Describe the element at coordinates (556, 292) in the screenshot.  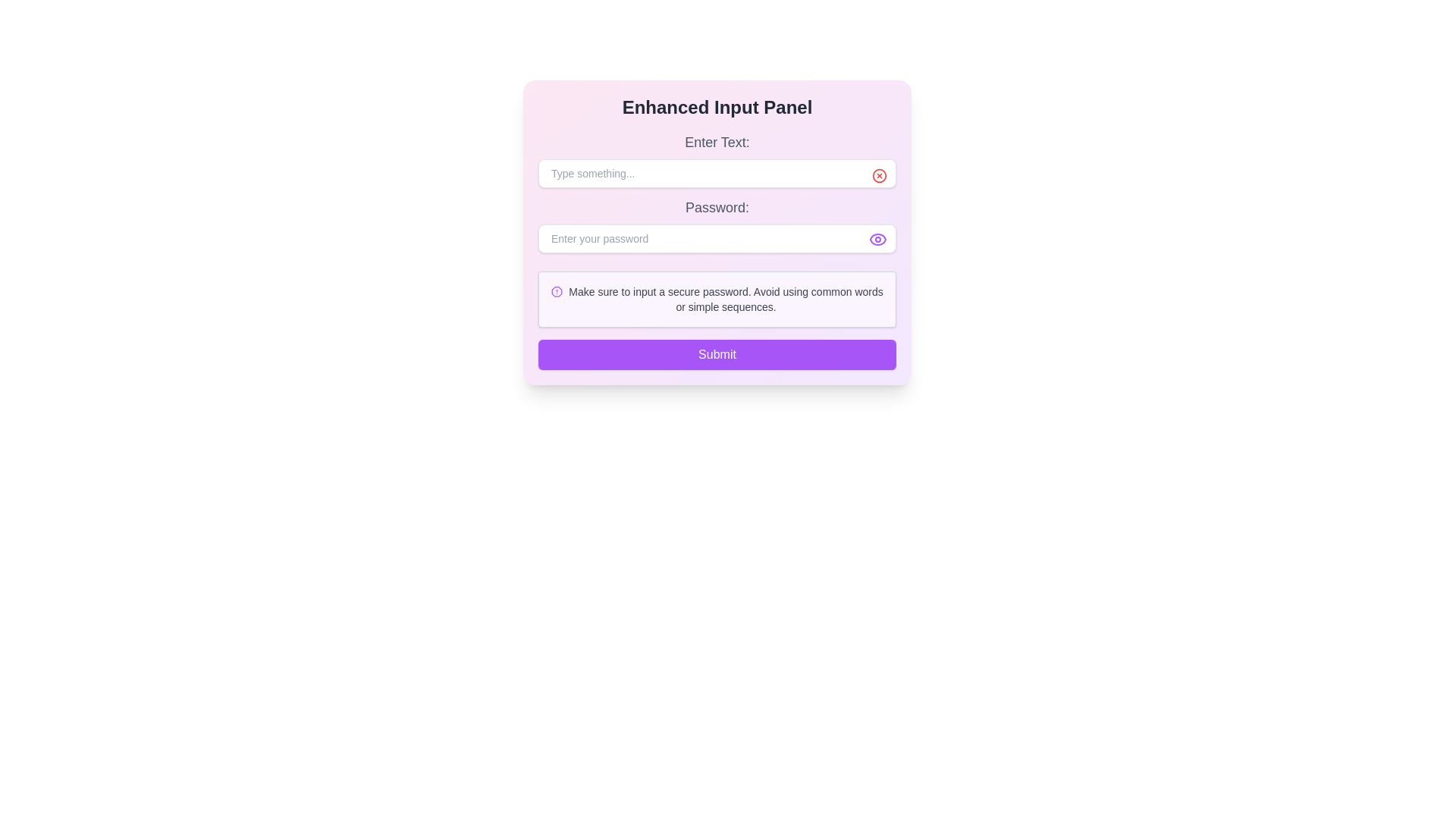
I see `the alert or warning icon located at the top-left corner of the message box below the password input field` at that location.